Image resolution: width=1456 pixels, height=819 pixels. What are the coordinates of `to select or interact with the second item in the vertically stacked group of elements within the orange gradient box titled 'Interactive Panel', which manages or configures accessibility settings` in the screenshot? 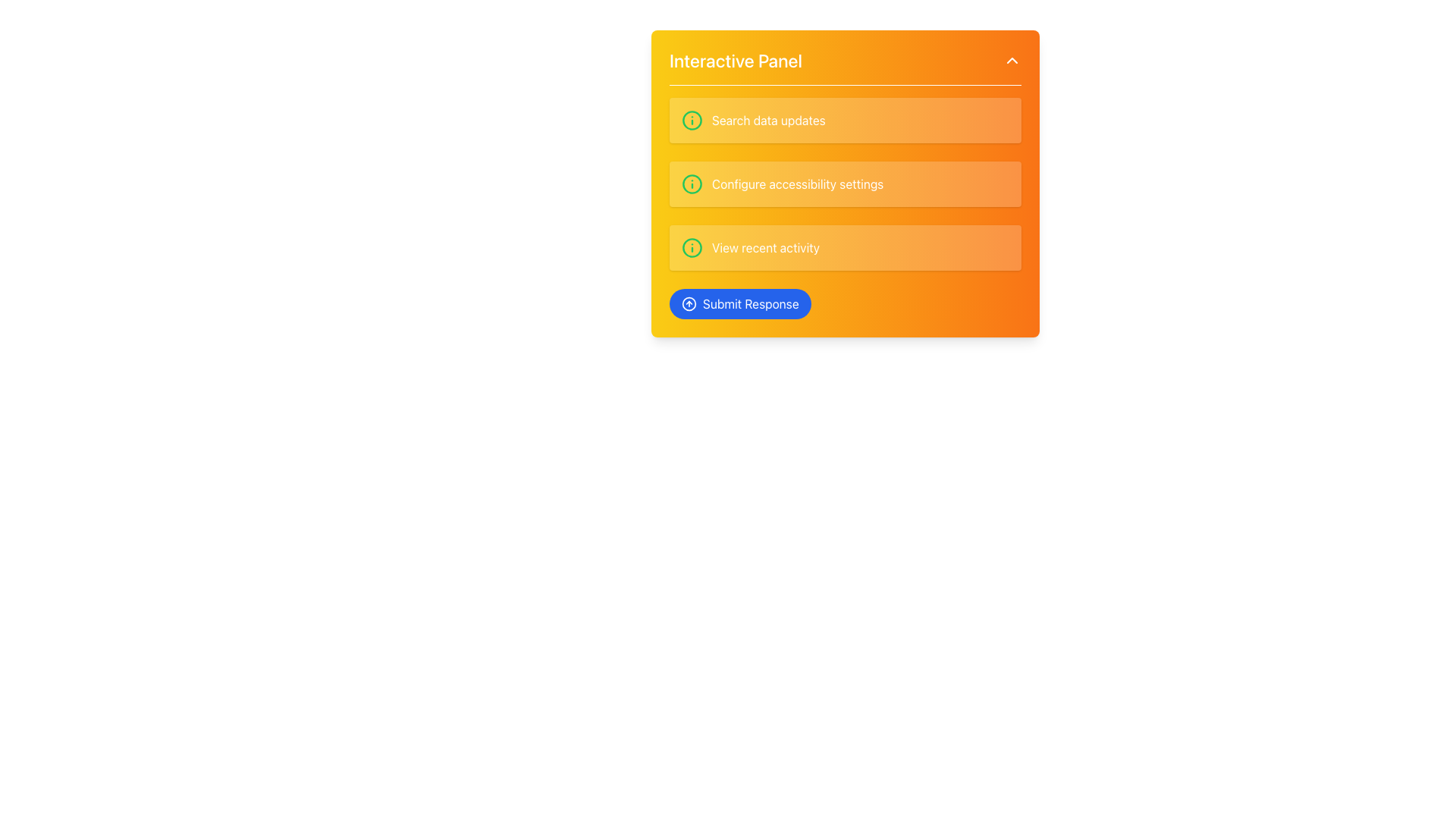 It's located at (844, 184).